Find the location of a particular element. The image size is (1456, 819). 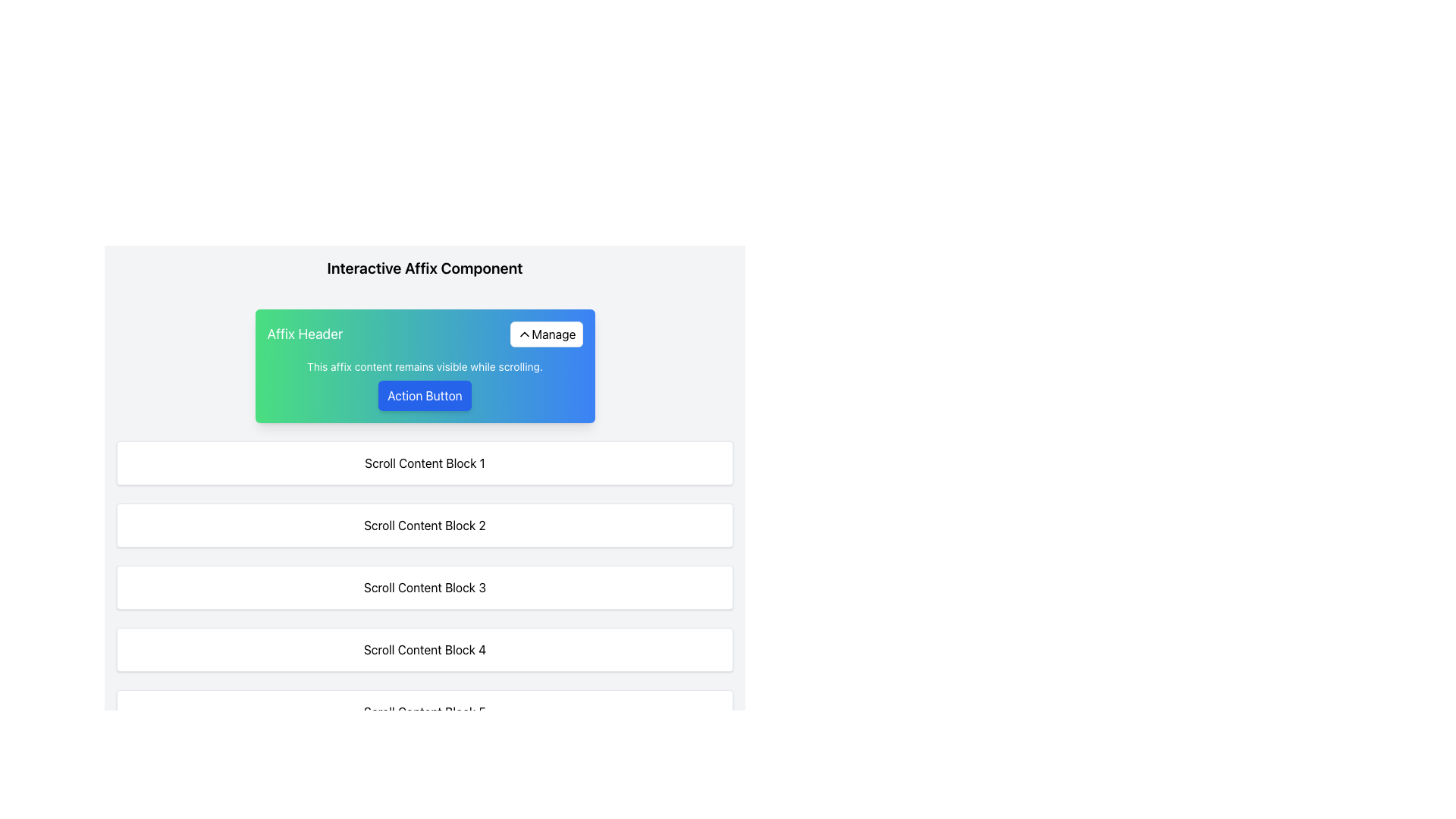

the static text label that displays 'This affix content remains visible while scrolling.' is located at coordinates (425, 366).